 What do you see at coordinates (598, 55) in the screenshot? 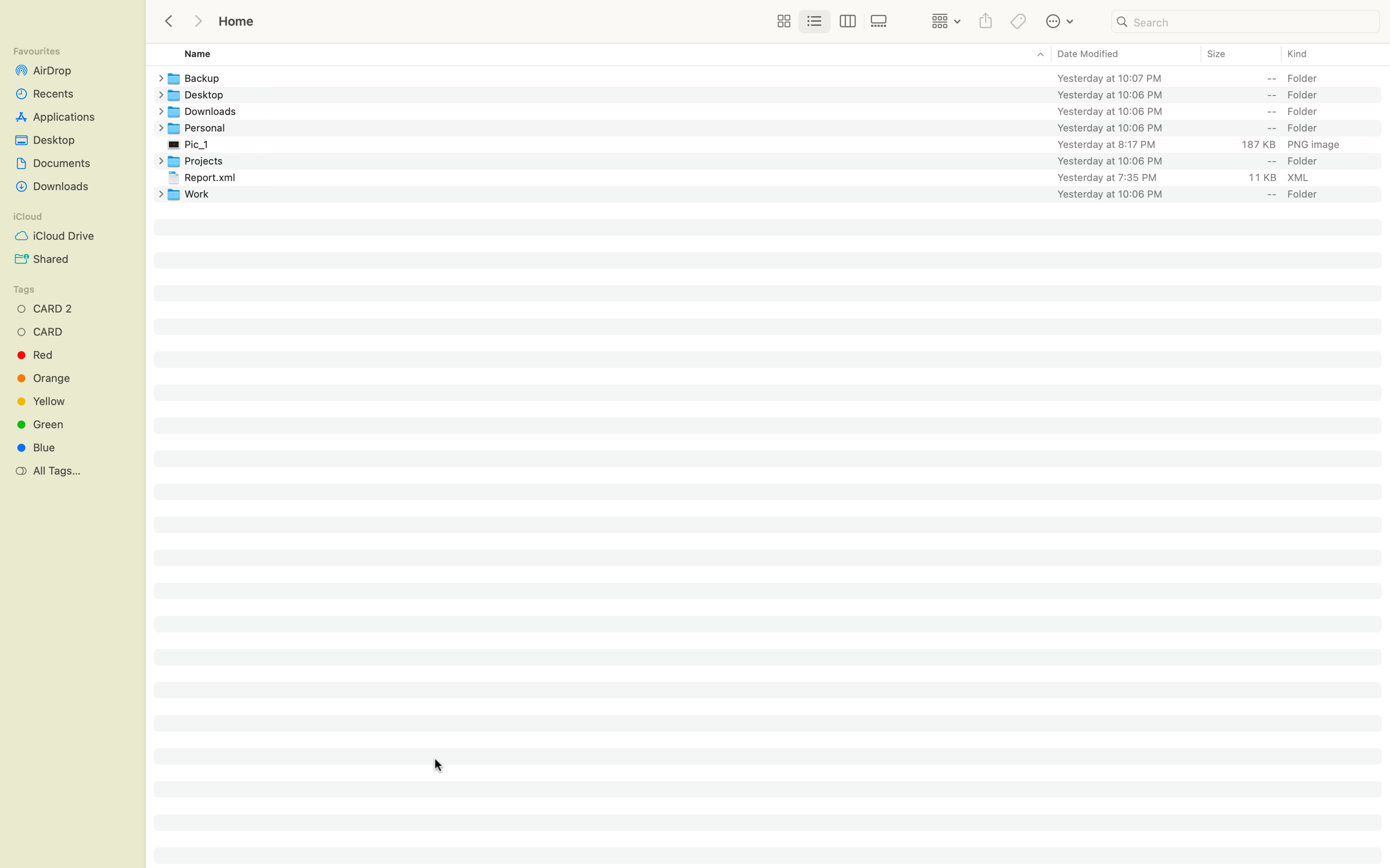
I see `Sort the files by name in descending order` at bounding box center [598, 55].